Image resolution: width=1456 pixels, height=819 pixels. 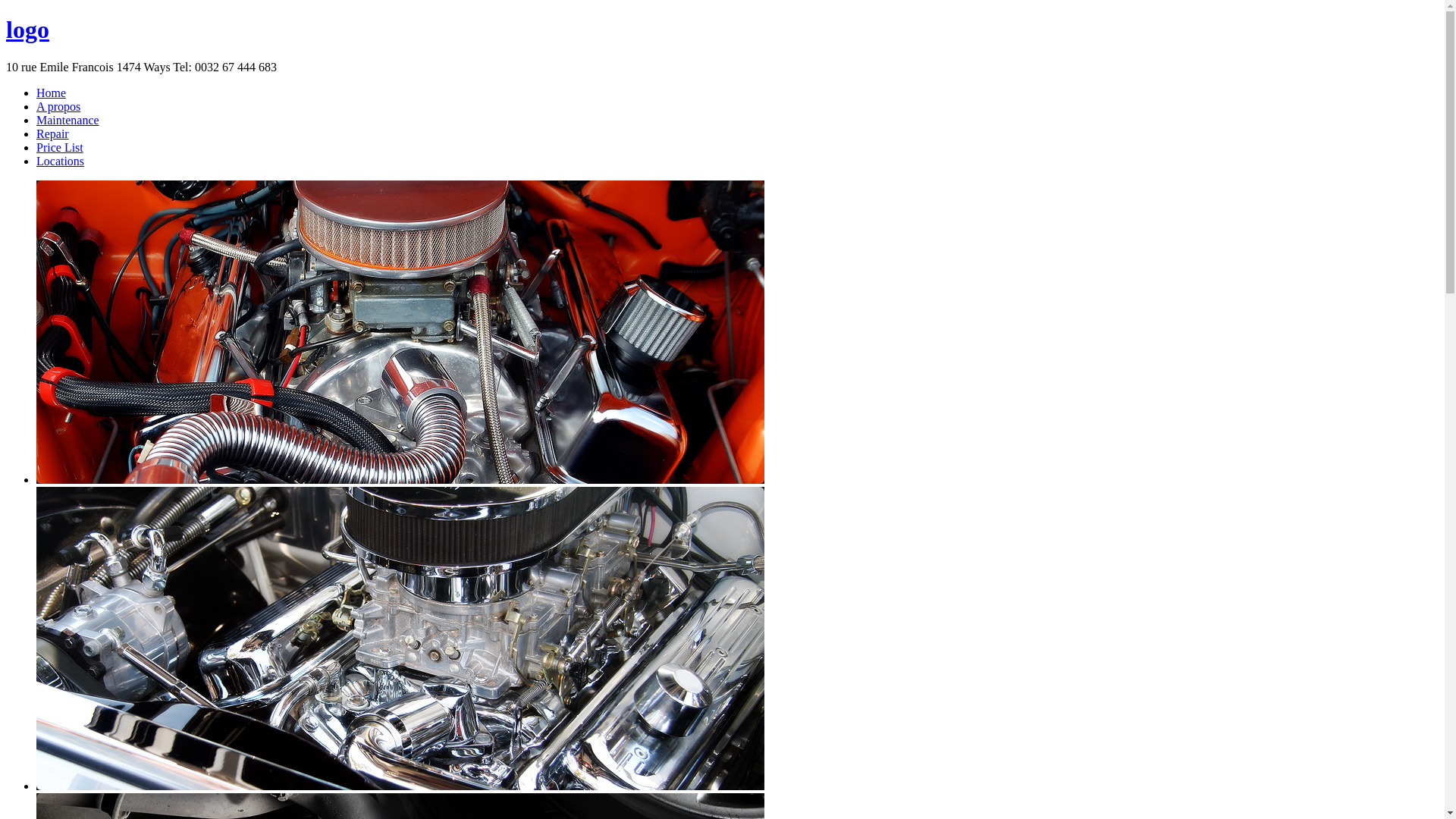 What do you see at coordinates (58, 105) in the screenshot?
I see `'A propos'` at bounding box center [58, 105].